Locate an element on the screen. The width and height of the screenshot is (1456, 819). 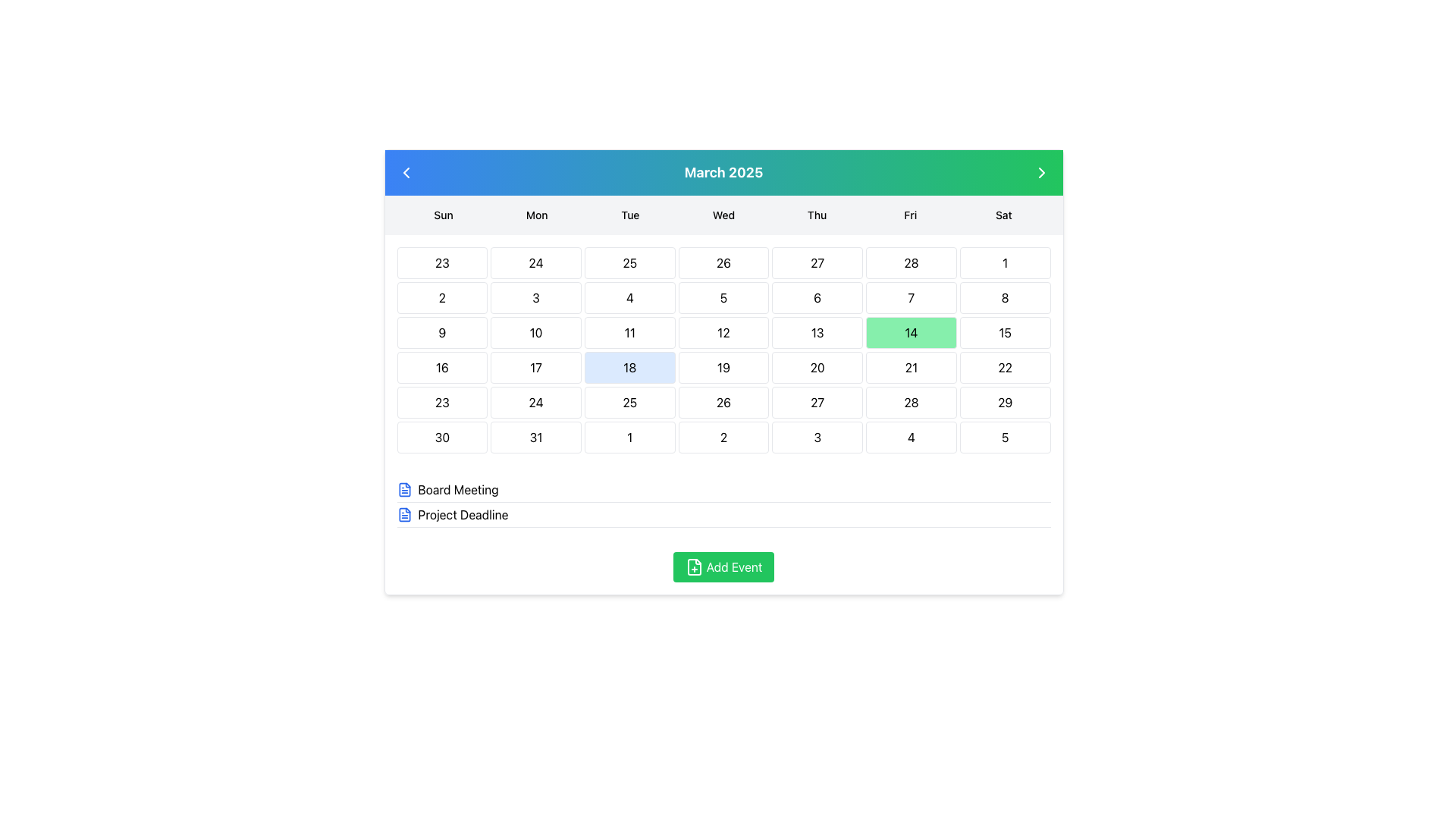
the static label 'Sat' which is positioned in the rightmost column of the weekday row in the calendar interface is located at coordinates (1003, 215).